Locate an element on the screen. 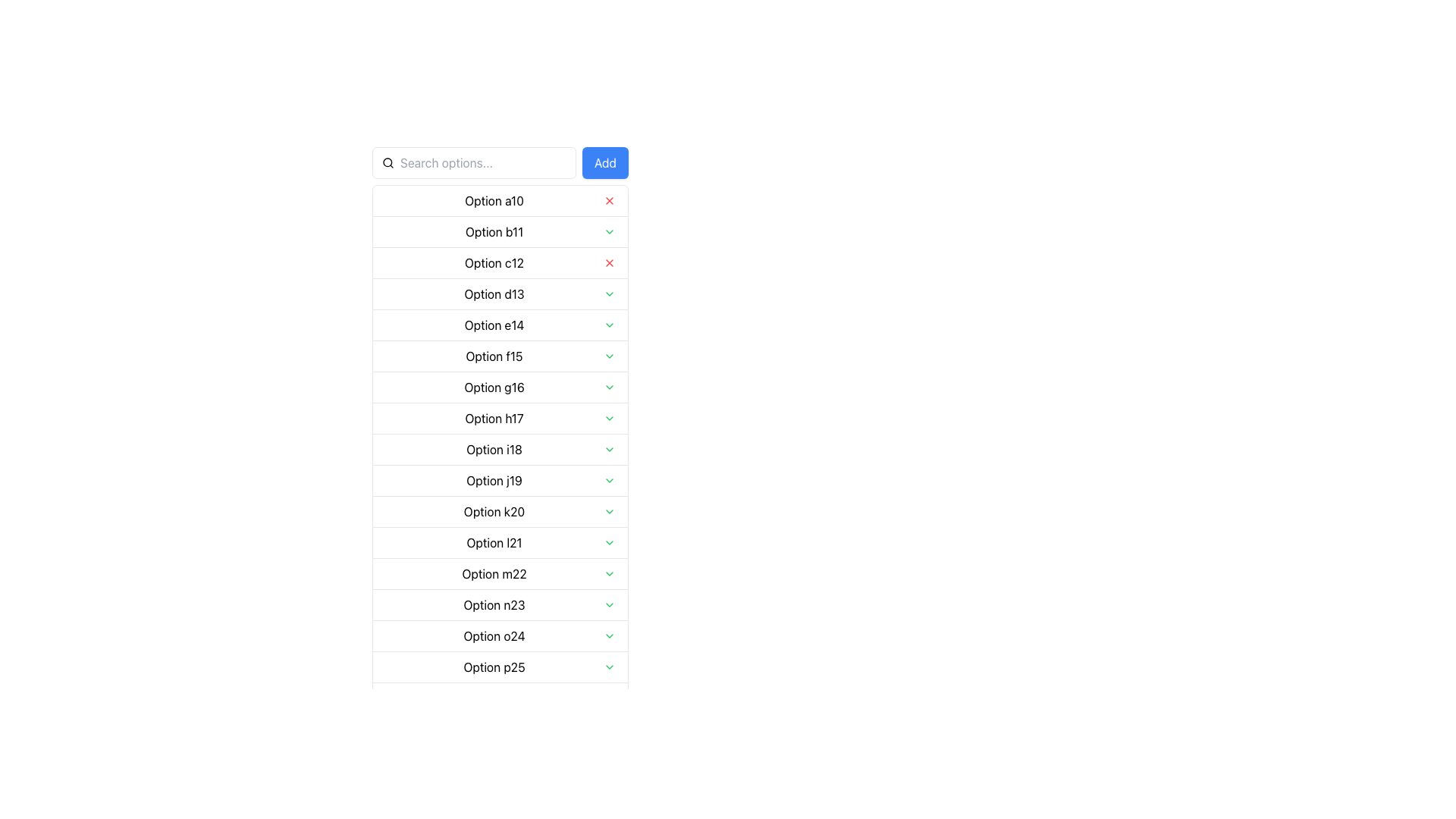 Image resolution: width=1456 pixels, height=819 pixels. the small, green downward-pointing chevron icon located to the right of the text 'Option k20' is located at coordinates (610, 512).